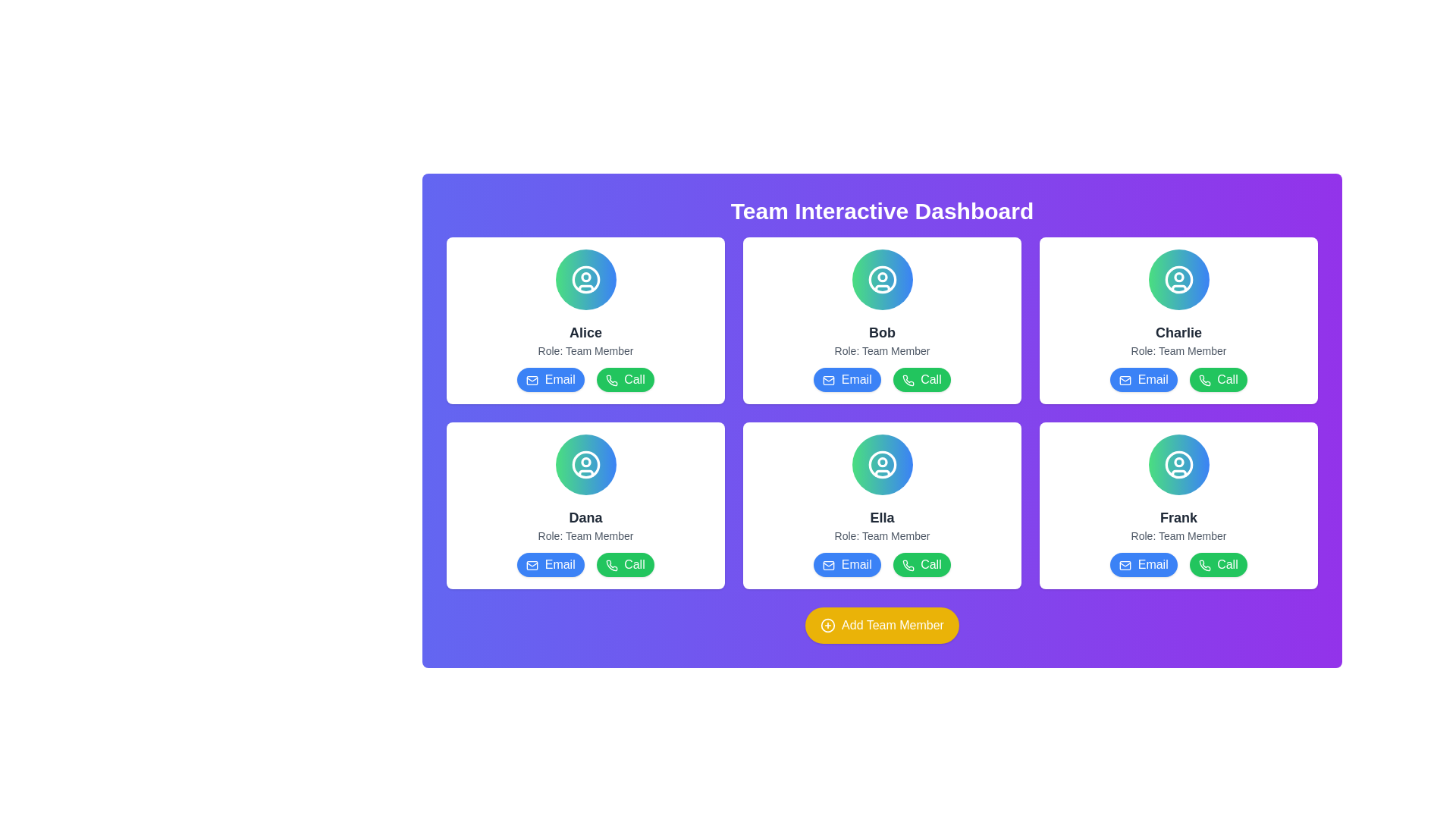  Describe the element at coordinates (1203, 565) in the screenshot. I see `the 'Call' button containing the phone icon located under the member profile labeled 'Frank' in the team members grid` at that location.